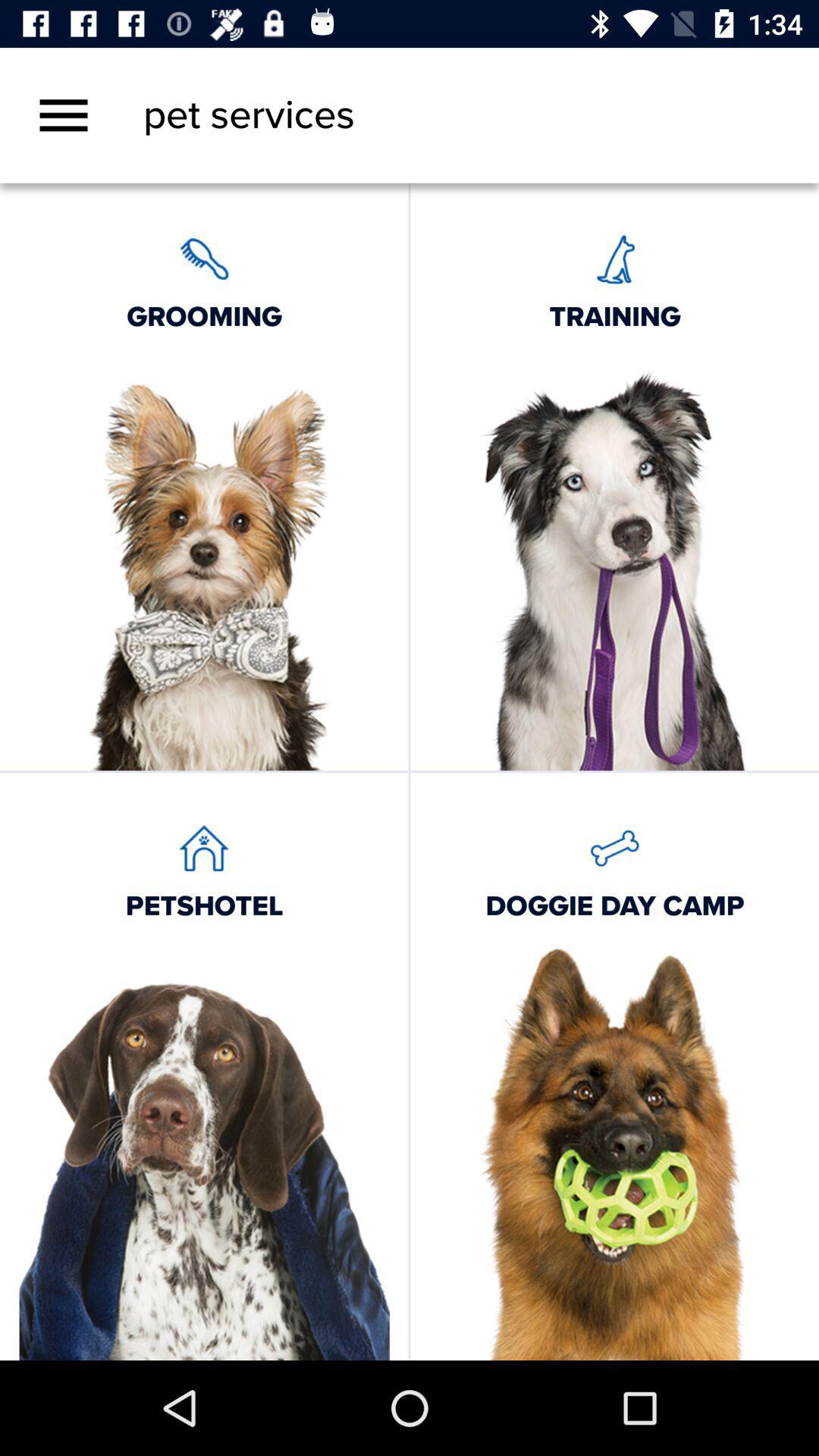  Describe the element at coordinates (63, 115) in the screenshot. I see `item next to the pet services item` at that location.